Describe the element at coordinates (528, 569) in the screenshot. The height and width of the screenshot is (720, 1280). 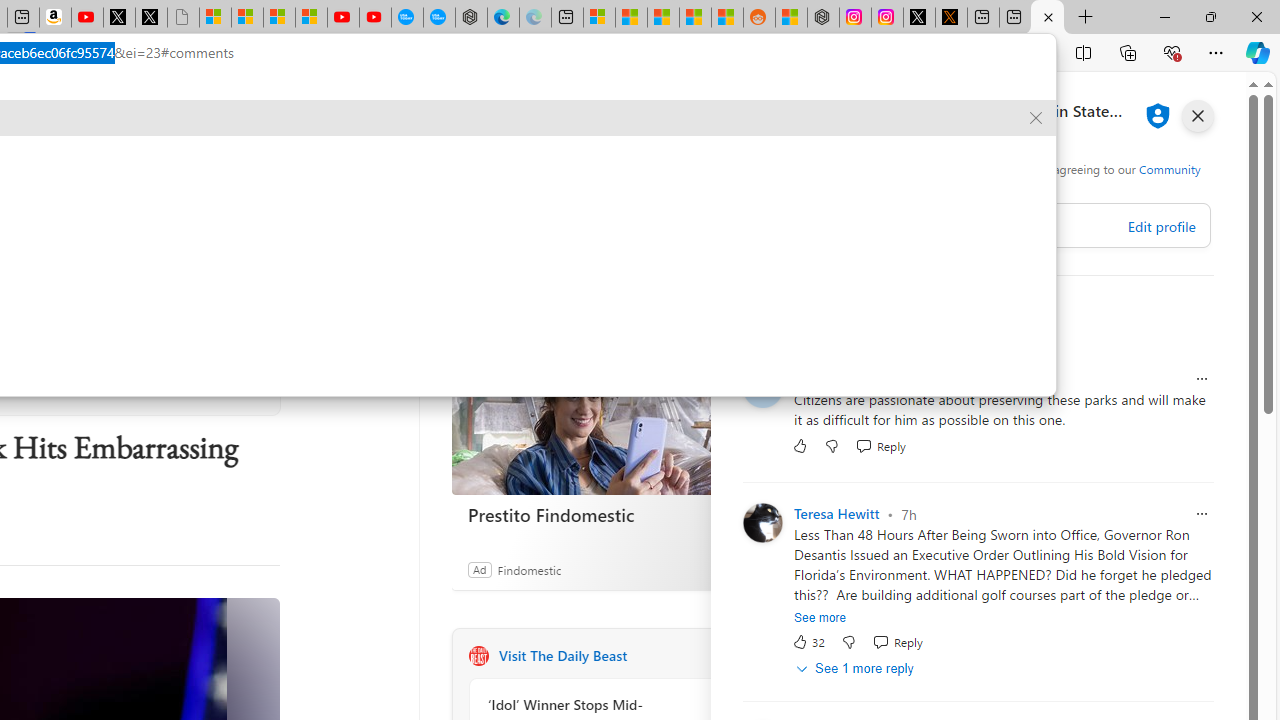
I see `'Findomestic'` at that location.